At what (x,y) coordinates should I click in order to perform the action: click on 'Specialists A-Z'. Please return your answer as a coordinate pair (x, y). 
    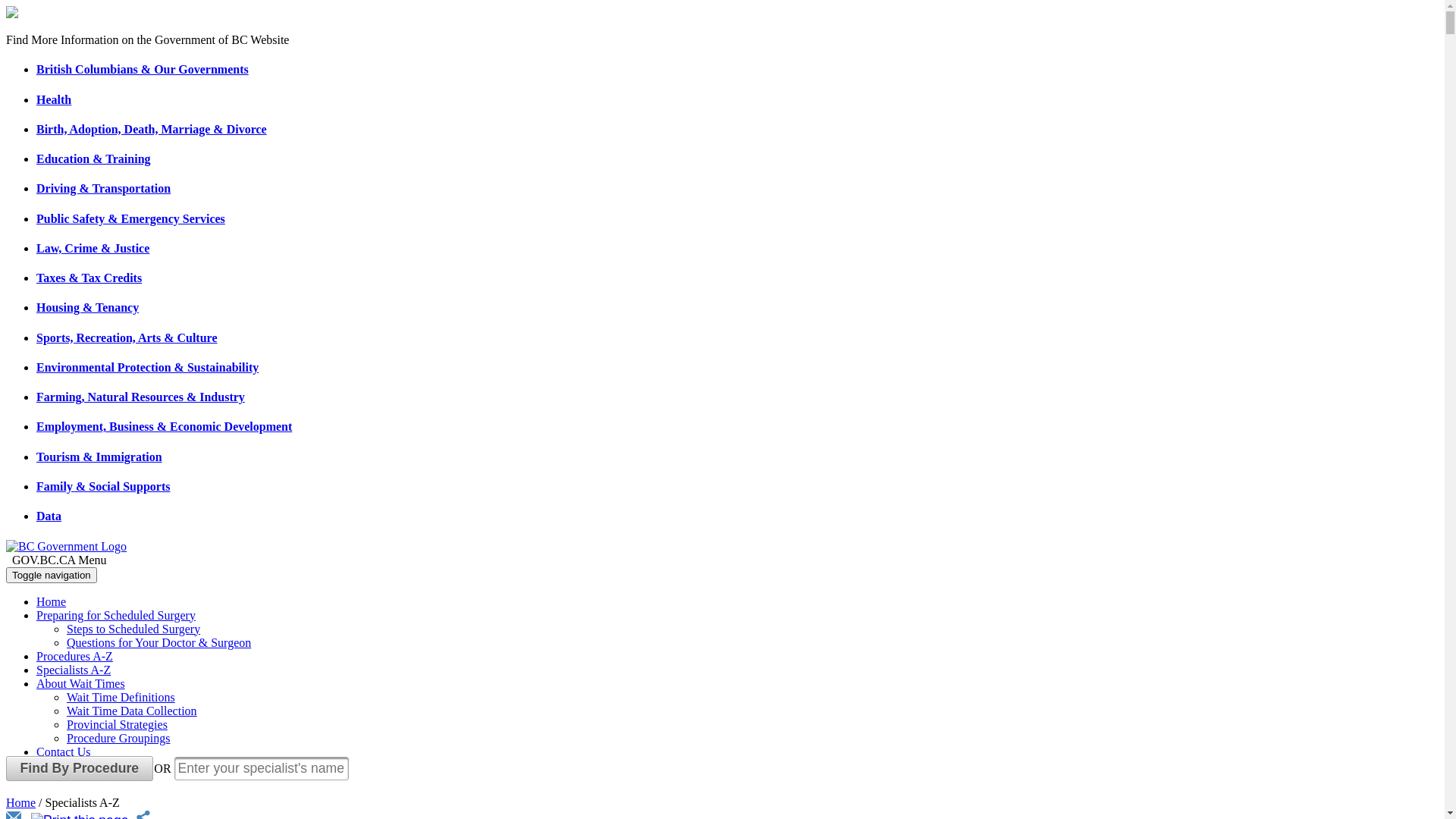
    Looking at the image, I should click on (72, 669).